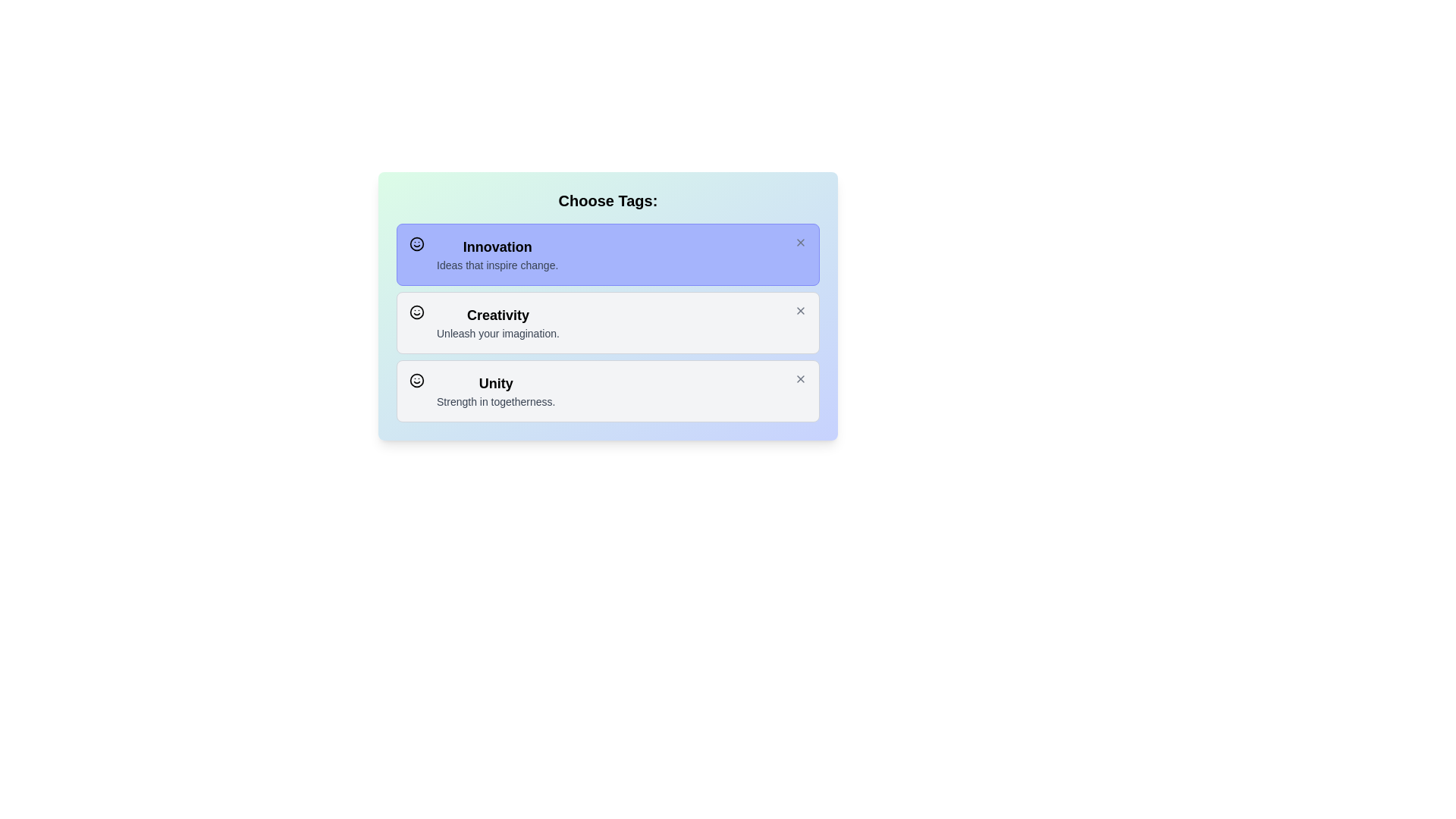  I want to click on the theme's name and description for Unity, so click(492, 391).